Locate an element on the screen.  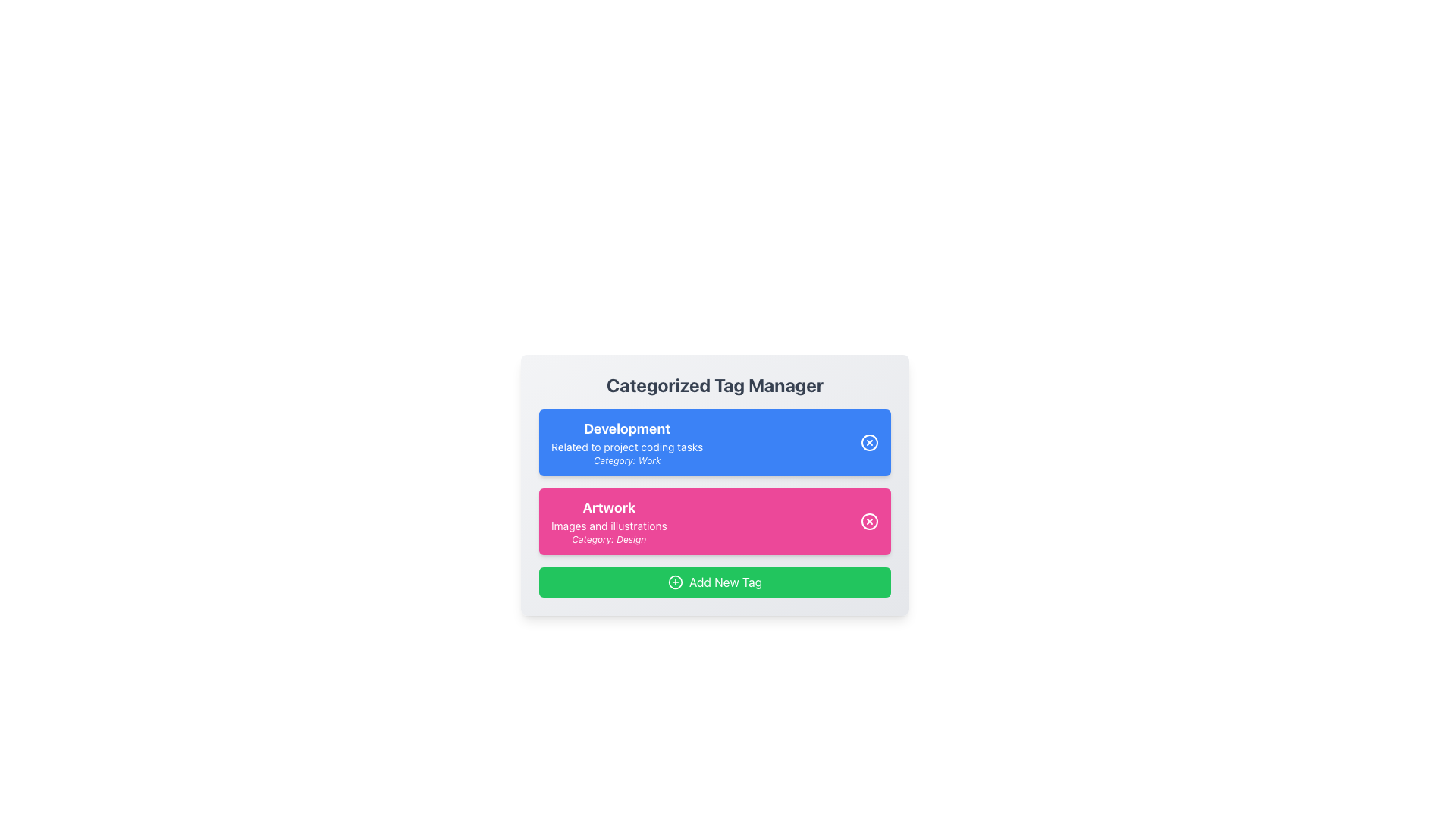
the prominent circular graphic within the 'Add New Tag' button area is located at coordinates (675, 581).